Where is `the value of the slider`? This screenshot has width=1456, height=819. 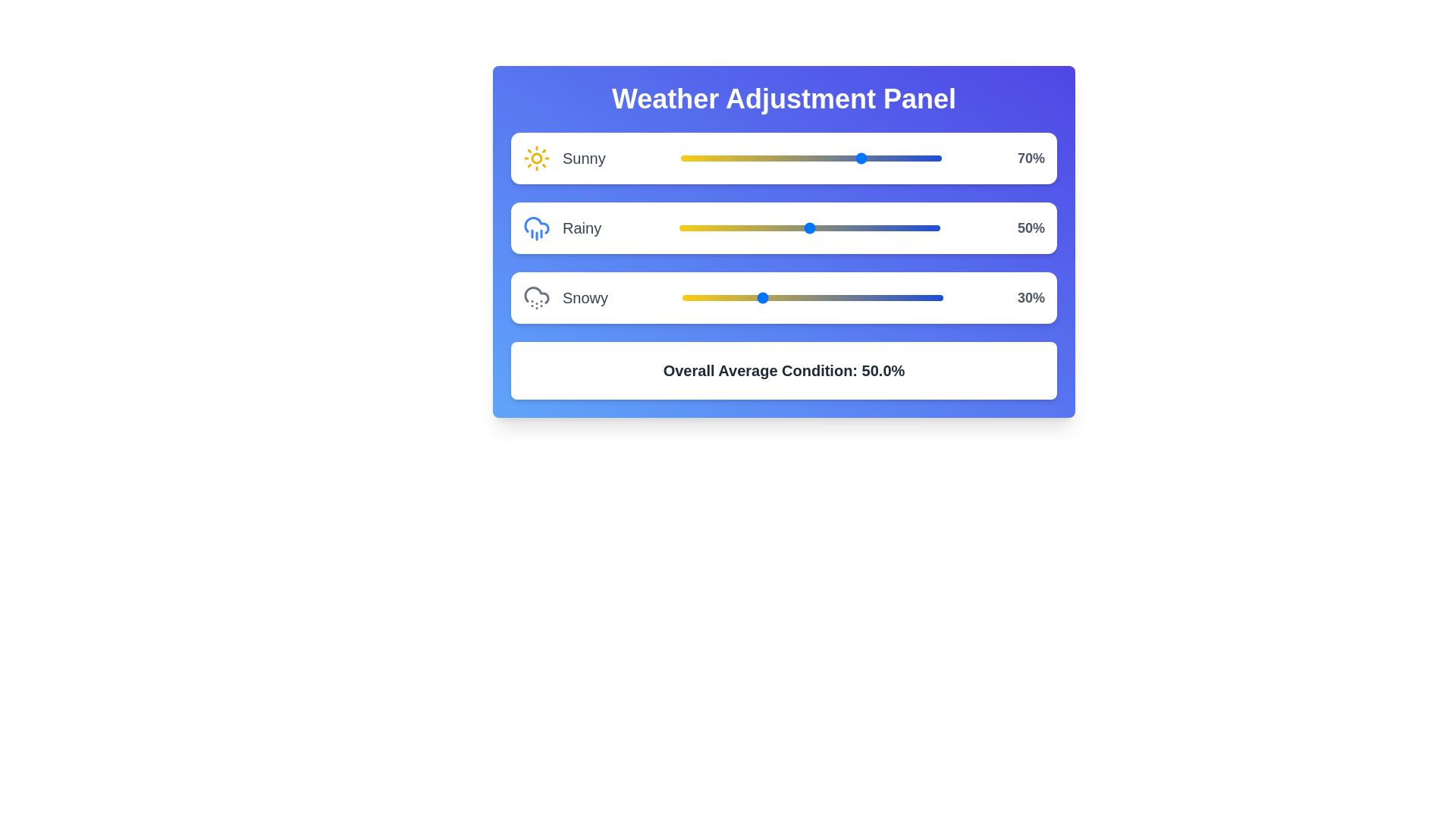
the value of the slider is located at coordinates (799, 298).